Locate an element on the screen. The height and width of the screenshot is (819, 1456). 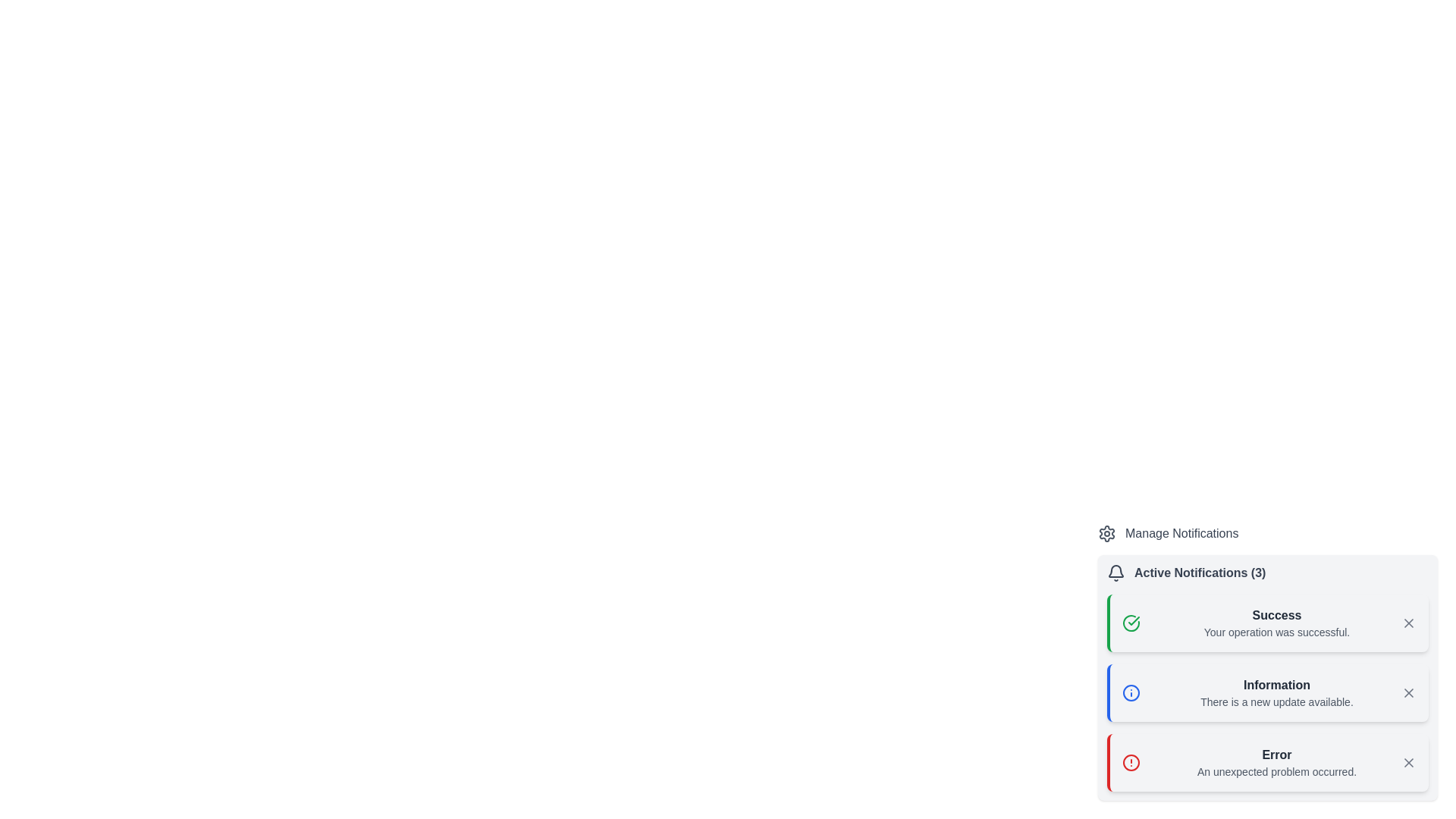
the gear-shaped icon in the 'Manage Notifications' section is located at coordinates (1106, 533).